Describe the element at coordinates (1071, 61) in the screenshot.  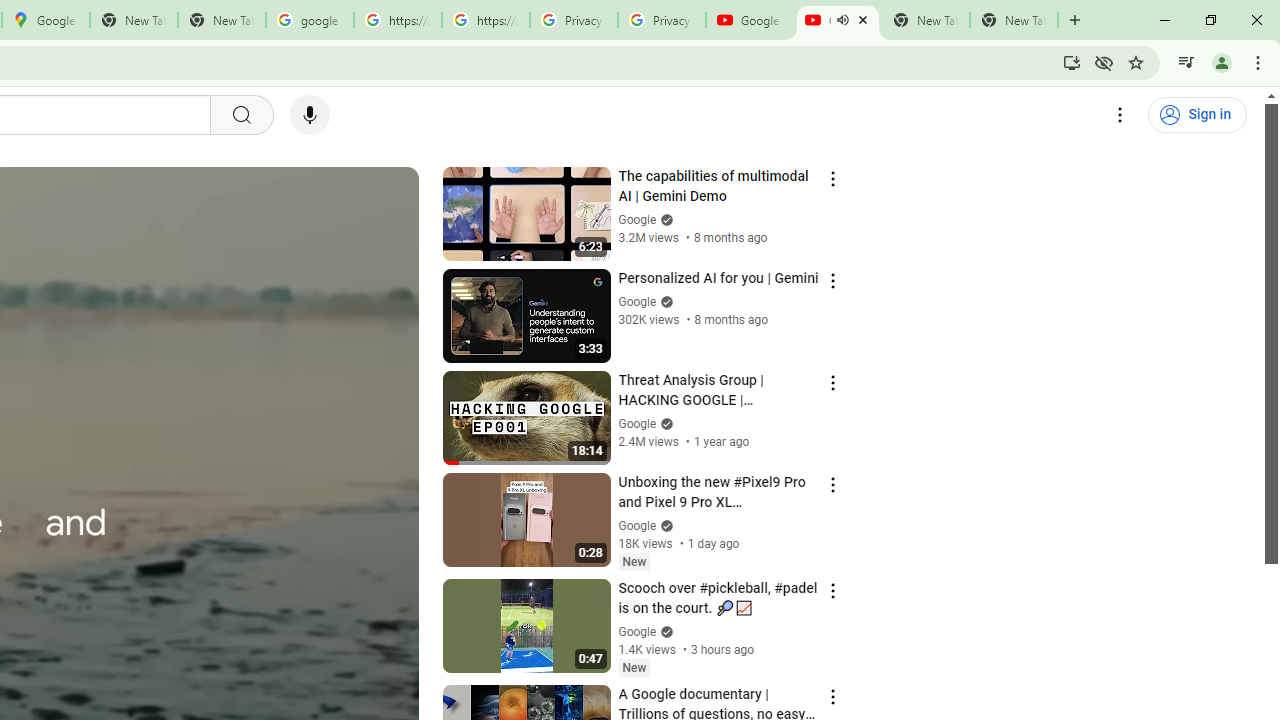
I see `'Install YouTube'` at that location.